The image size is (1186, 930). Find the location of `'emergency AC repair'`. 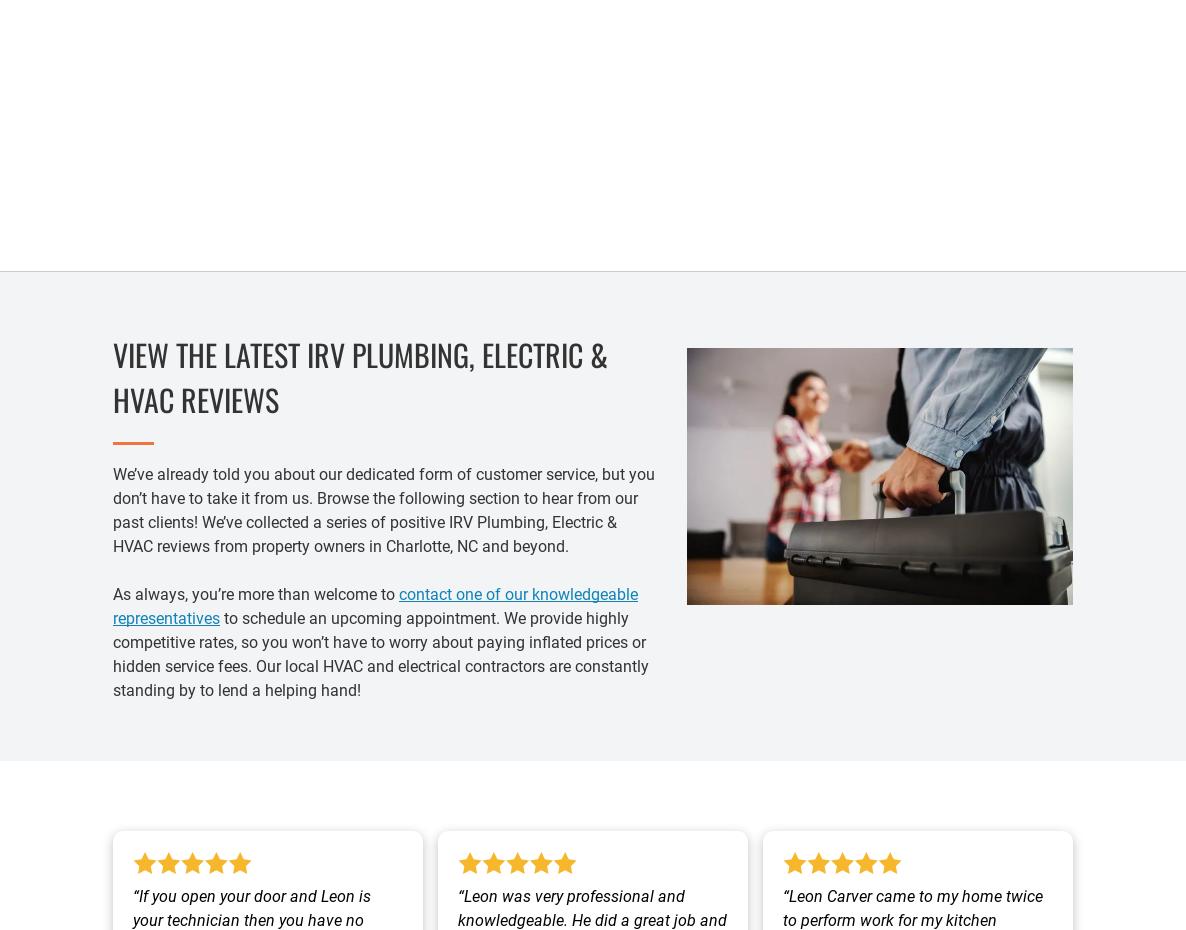

'emergency AC repair' is located at coordinates (542, 171).